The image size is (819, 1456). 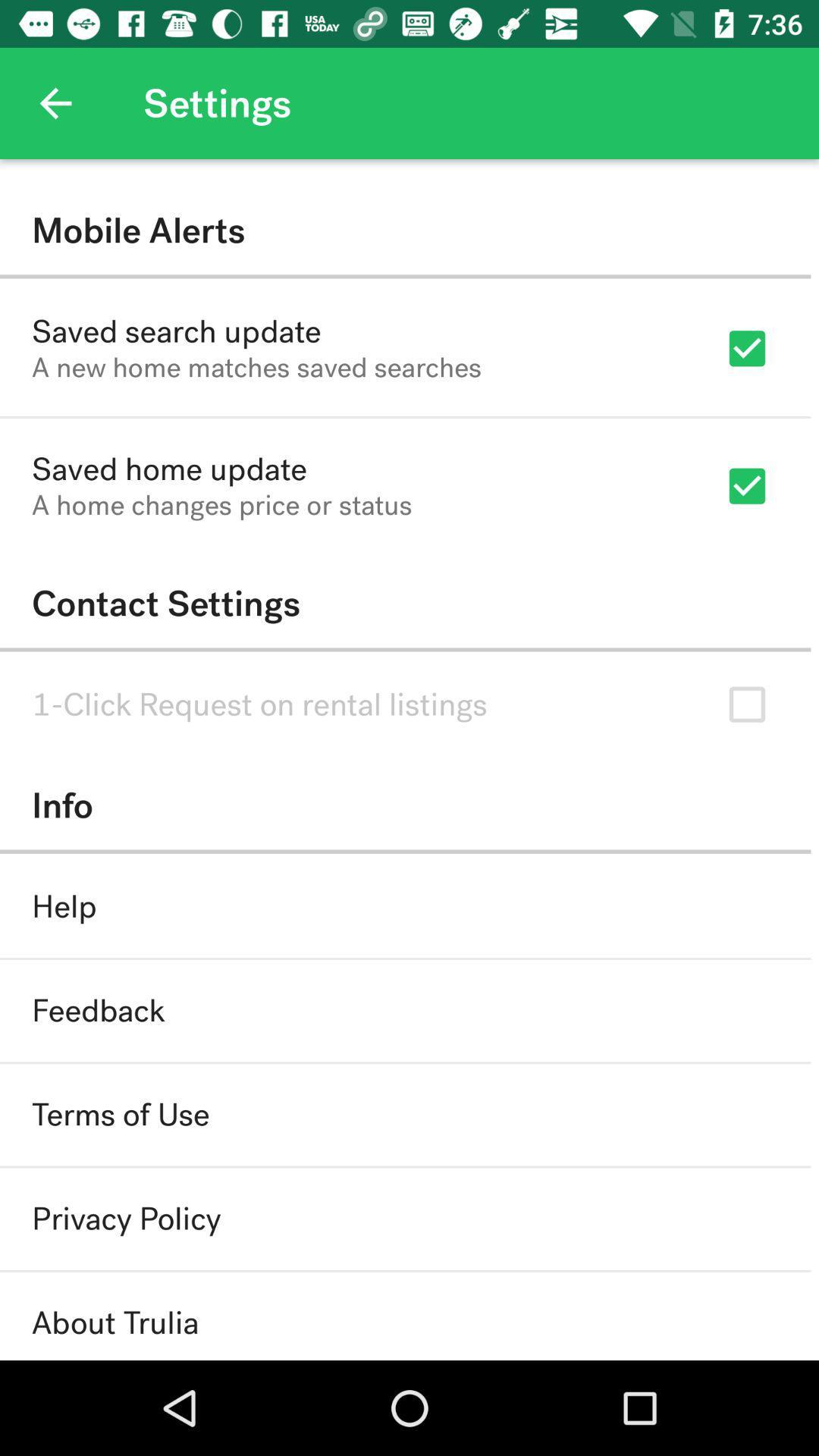 I want to click on icon below the feedback, so click(x=120, y=1115).